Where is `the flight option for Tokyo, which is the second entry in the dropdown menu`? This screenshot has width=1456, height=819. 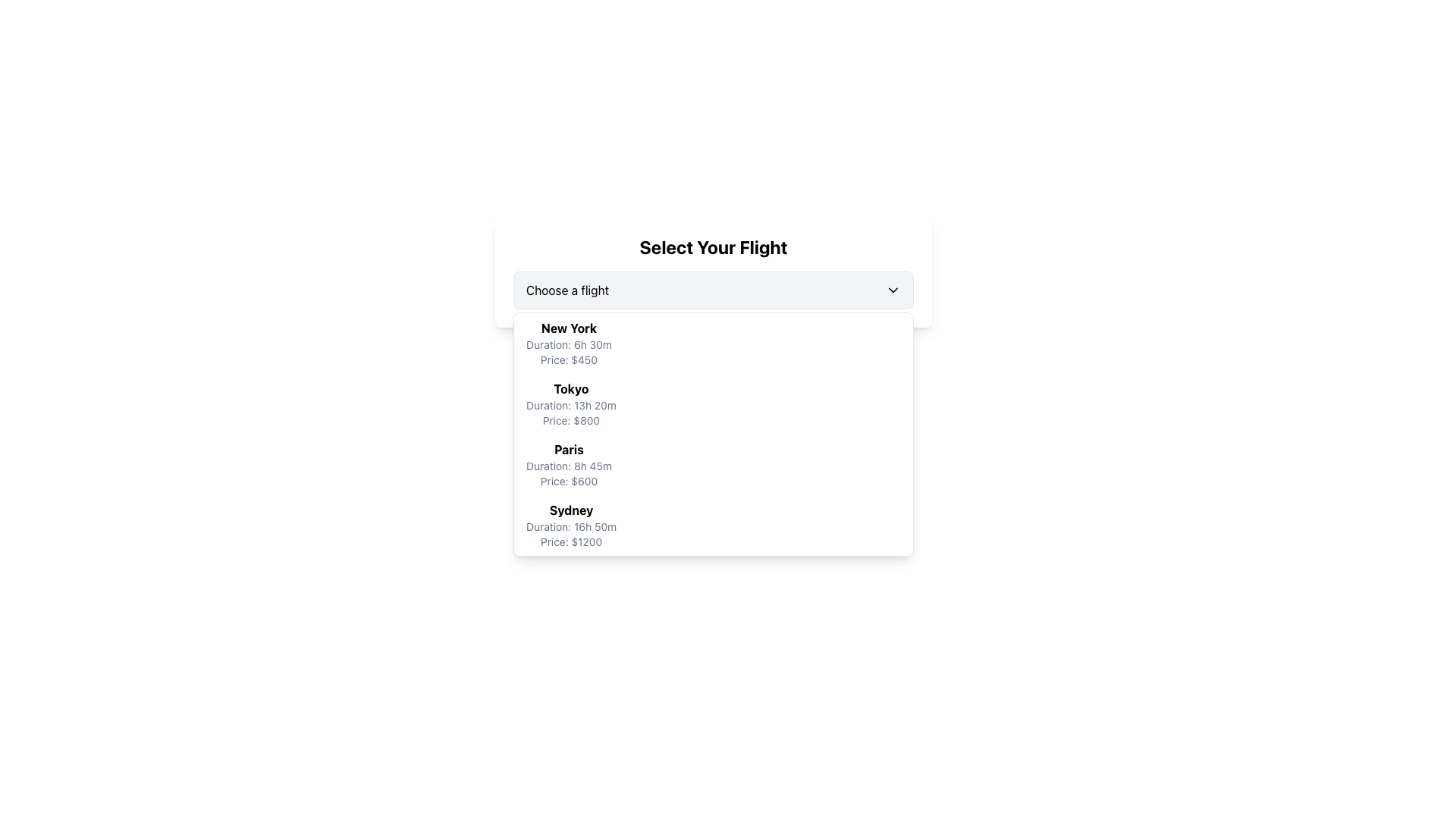 the flight option for Tokyo, which is the second entry in the dropdown menu is located at coordinates (570, 403).